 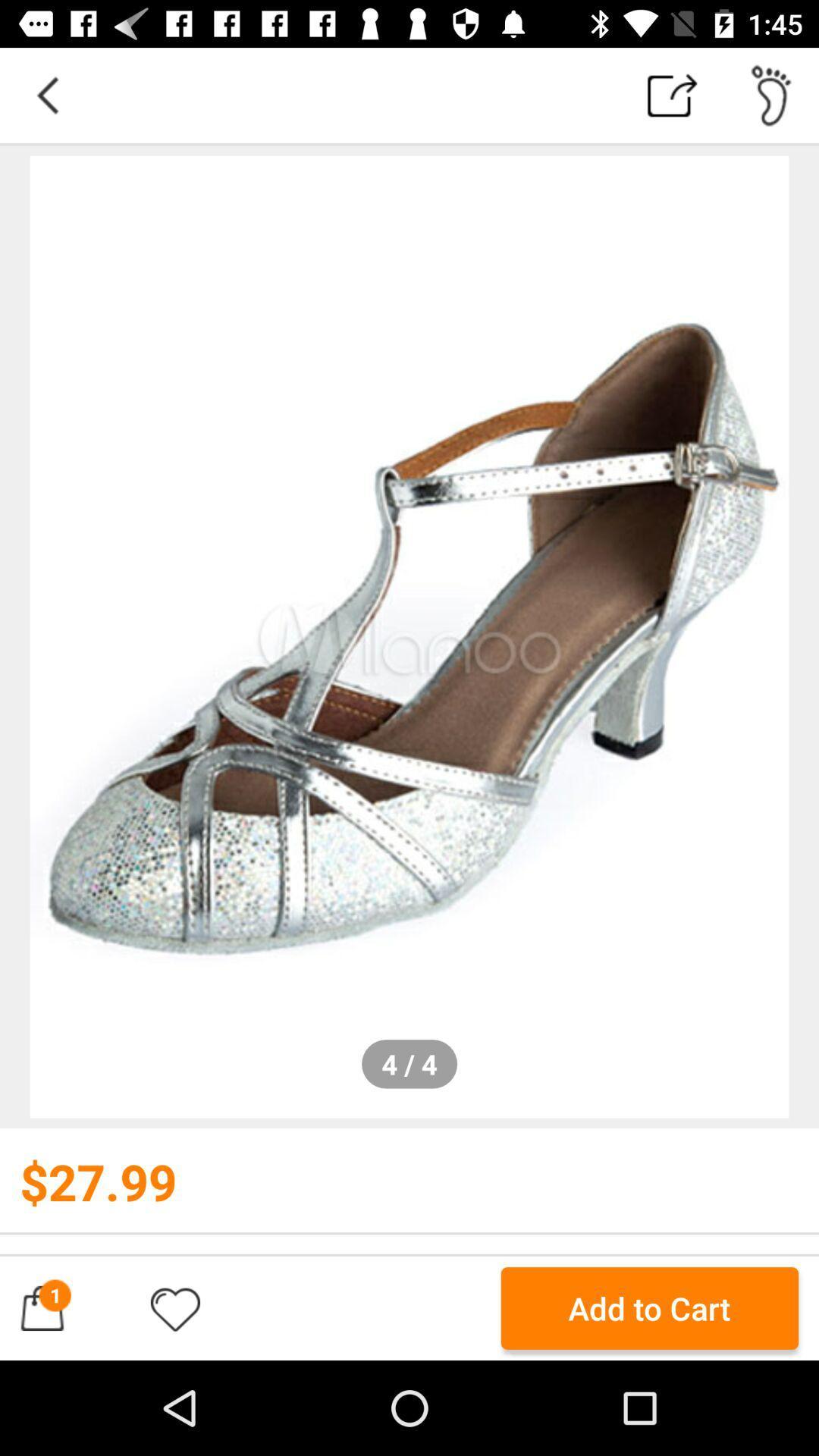 What do you see at coordinates (174, 1307) in the screenshot?
I see `the favorite icon` at bounding box center [174, 1307].